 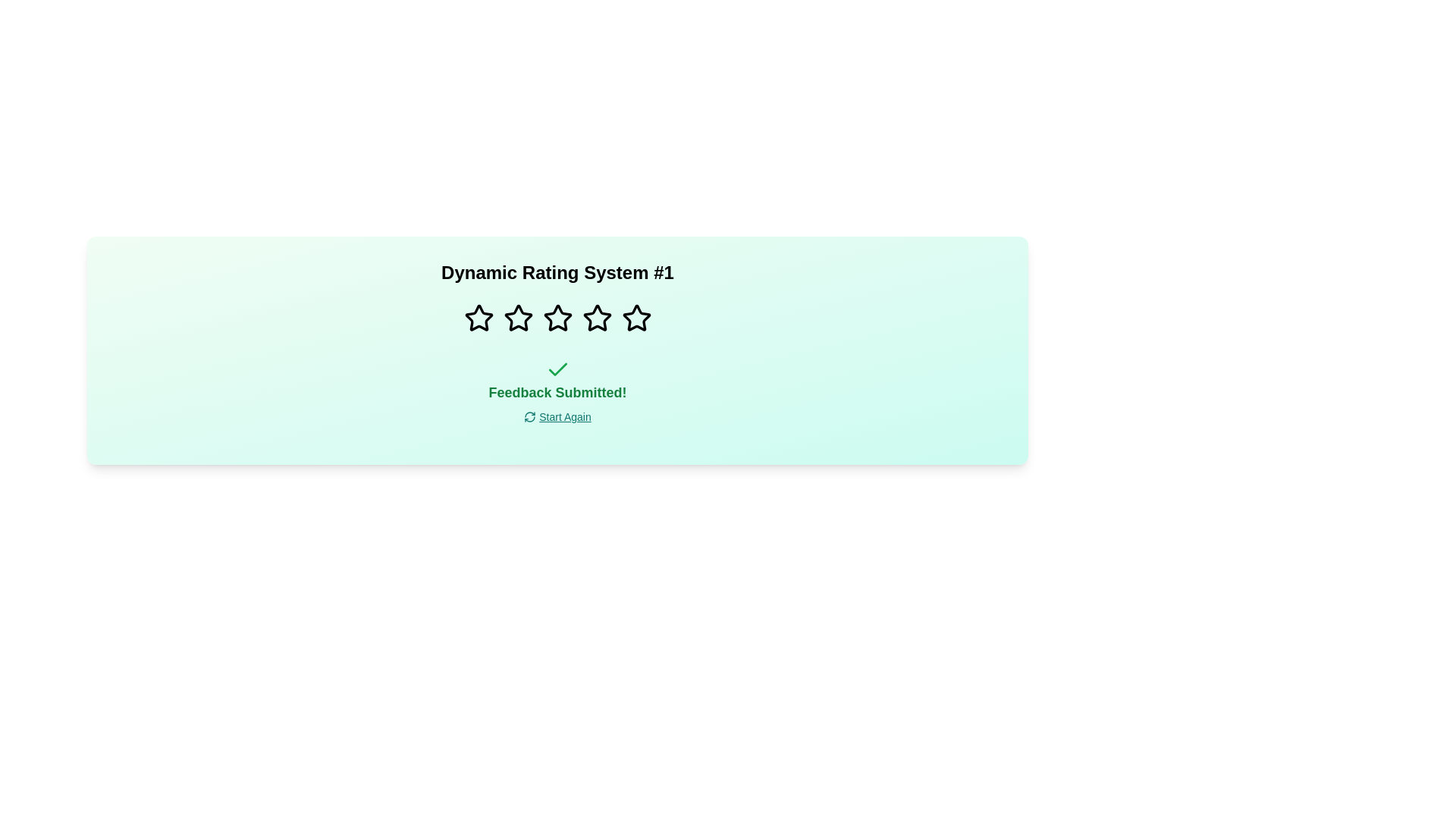 What do you see at coordinates (557, 318) in the screenshot?
I see `the third star icon in the rating input mechanism, which is part of the 'Dynamic Rating System #1' card displaying 'Feedback Submitted'` at bounding box center [557, 318].